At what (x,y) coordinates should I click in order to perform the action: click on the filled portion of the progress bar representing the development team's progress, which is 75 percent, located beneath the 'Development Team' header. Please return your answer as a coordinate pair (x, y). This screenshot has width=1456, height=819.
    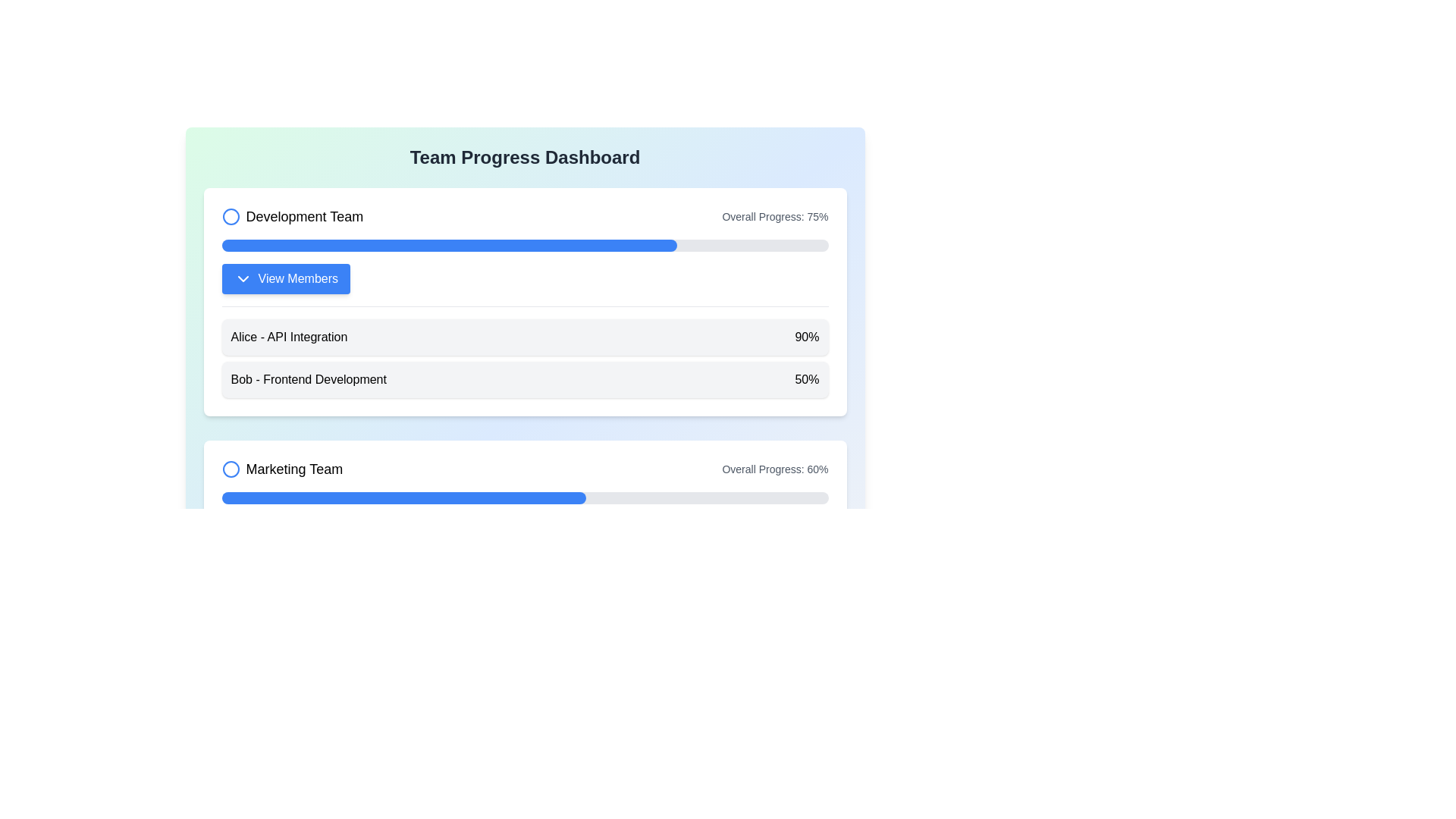
    Looking at the image, I should click on (448, 245).